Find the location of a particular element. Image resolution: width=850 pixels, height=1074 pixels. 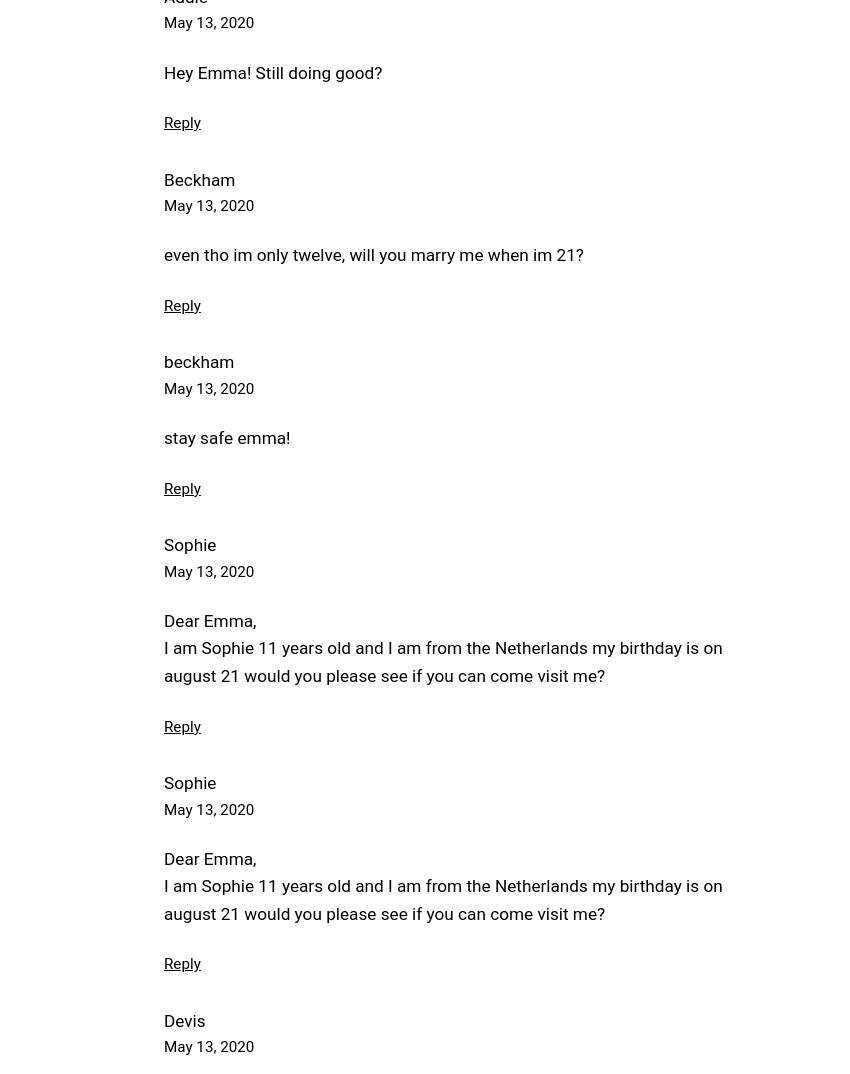

'Beckham' is located at coordinates (198, 179).